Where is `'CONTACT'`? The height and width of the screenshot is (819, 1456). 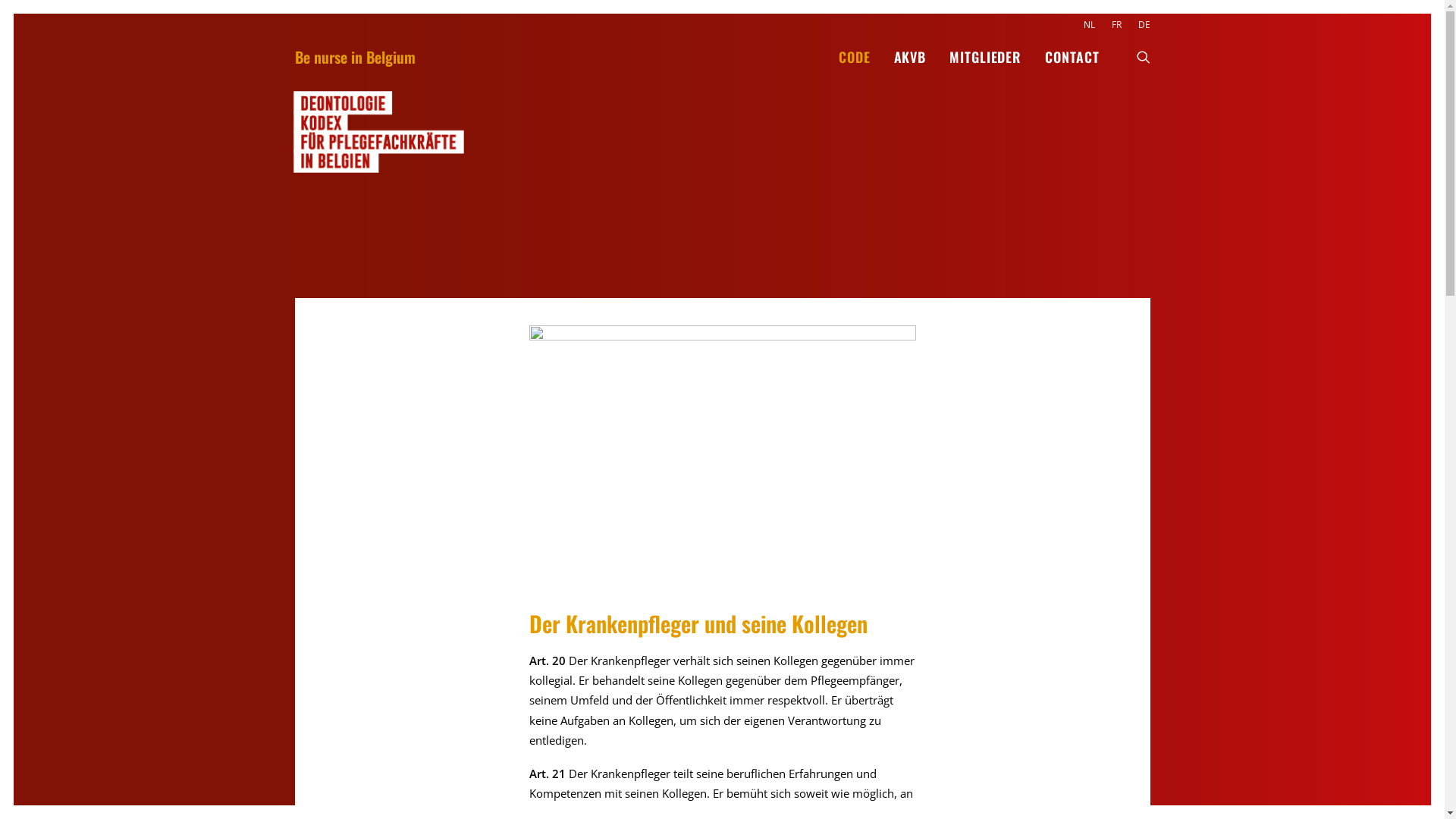
'CONTACT' is located at coordinates (1065, 55).